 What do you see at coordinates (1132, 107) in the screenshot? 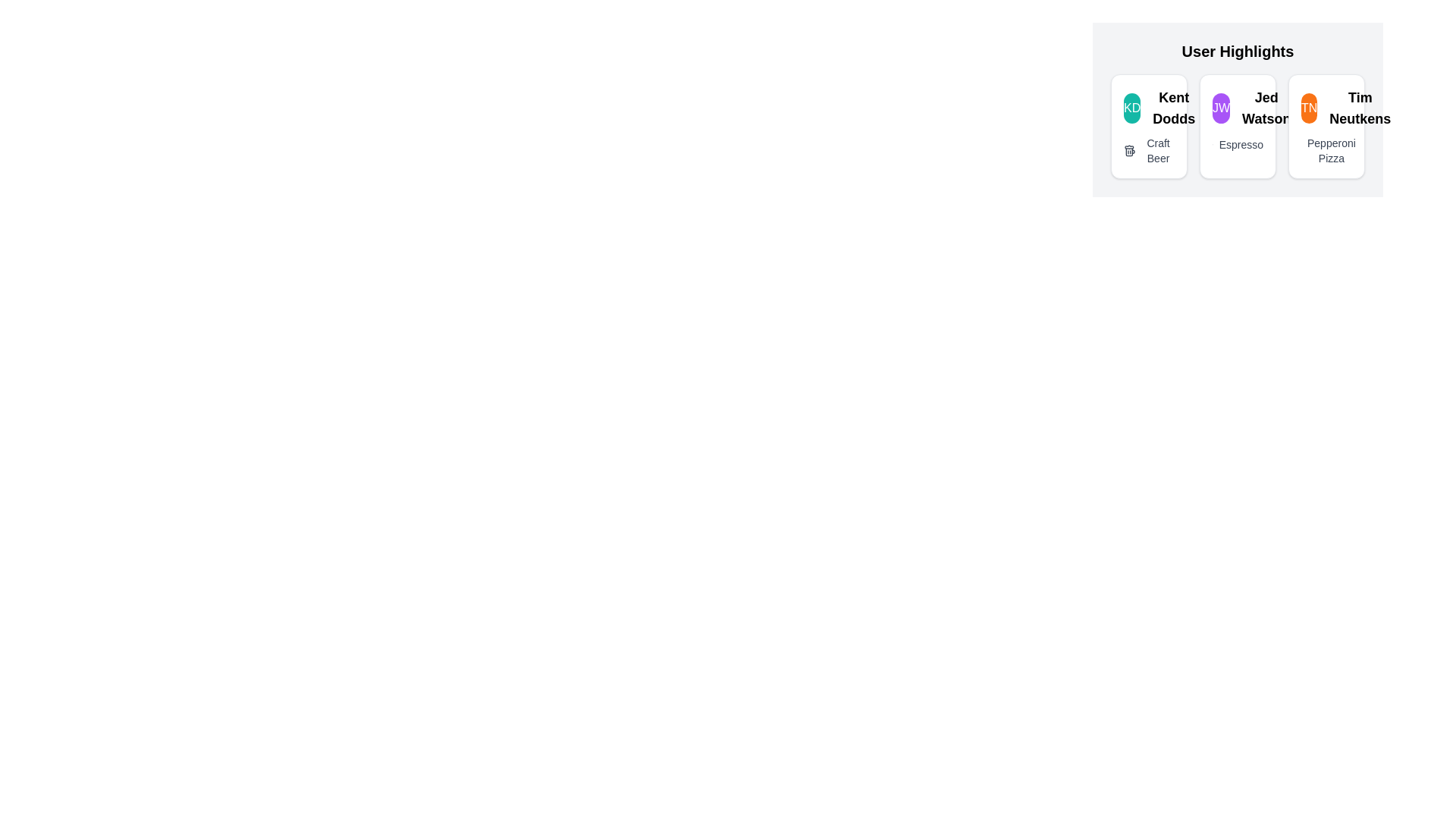
I see `the User badge indicating 'Kent Dodds', located at the top-left corner of the card styled section under the 'User Highlights' header` at bounding box center [1132, 107].